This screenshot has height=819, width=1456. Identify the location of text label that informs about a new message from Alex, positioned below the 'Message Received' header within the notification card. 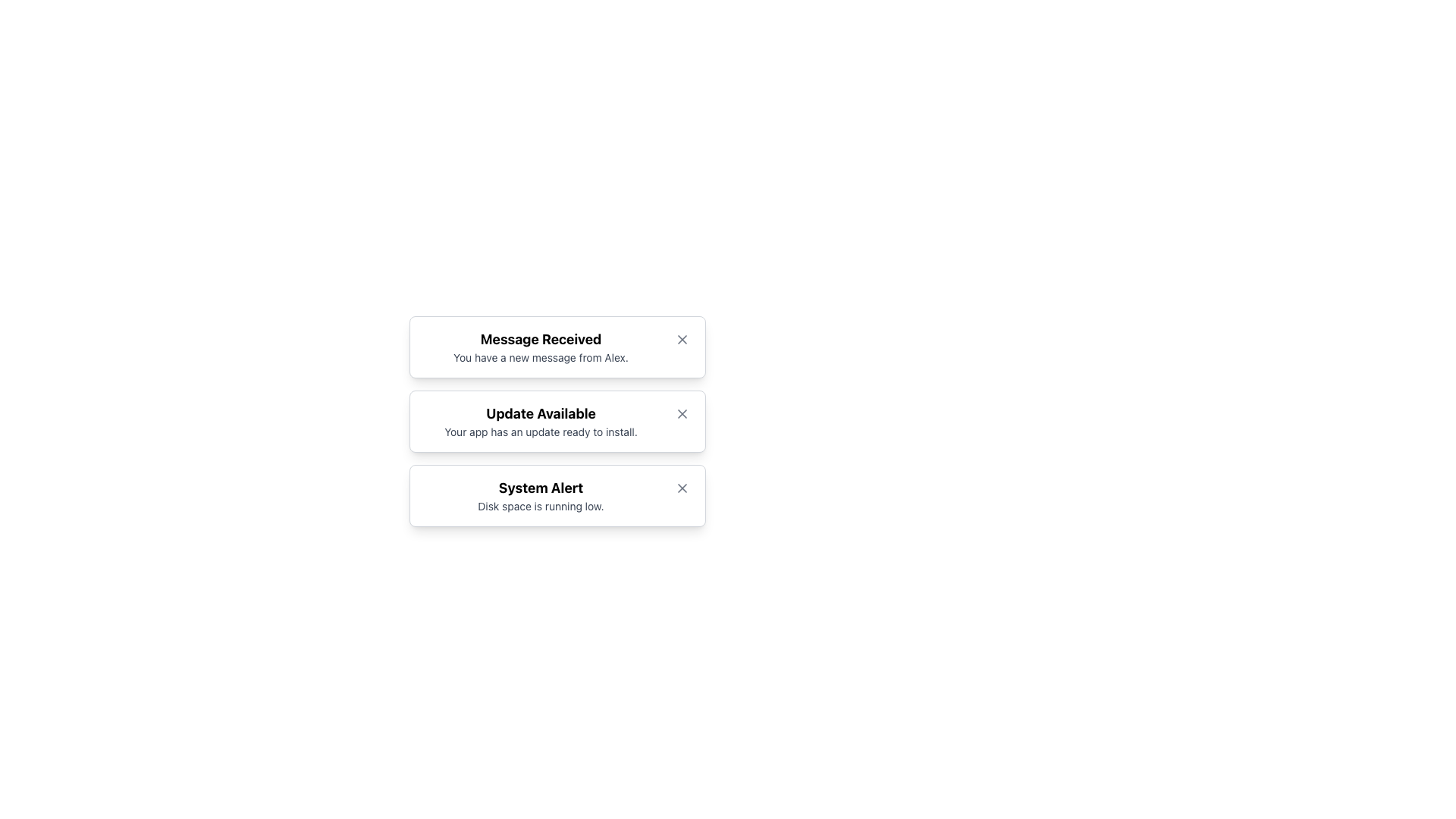
(541, 357).